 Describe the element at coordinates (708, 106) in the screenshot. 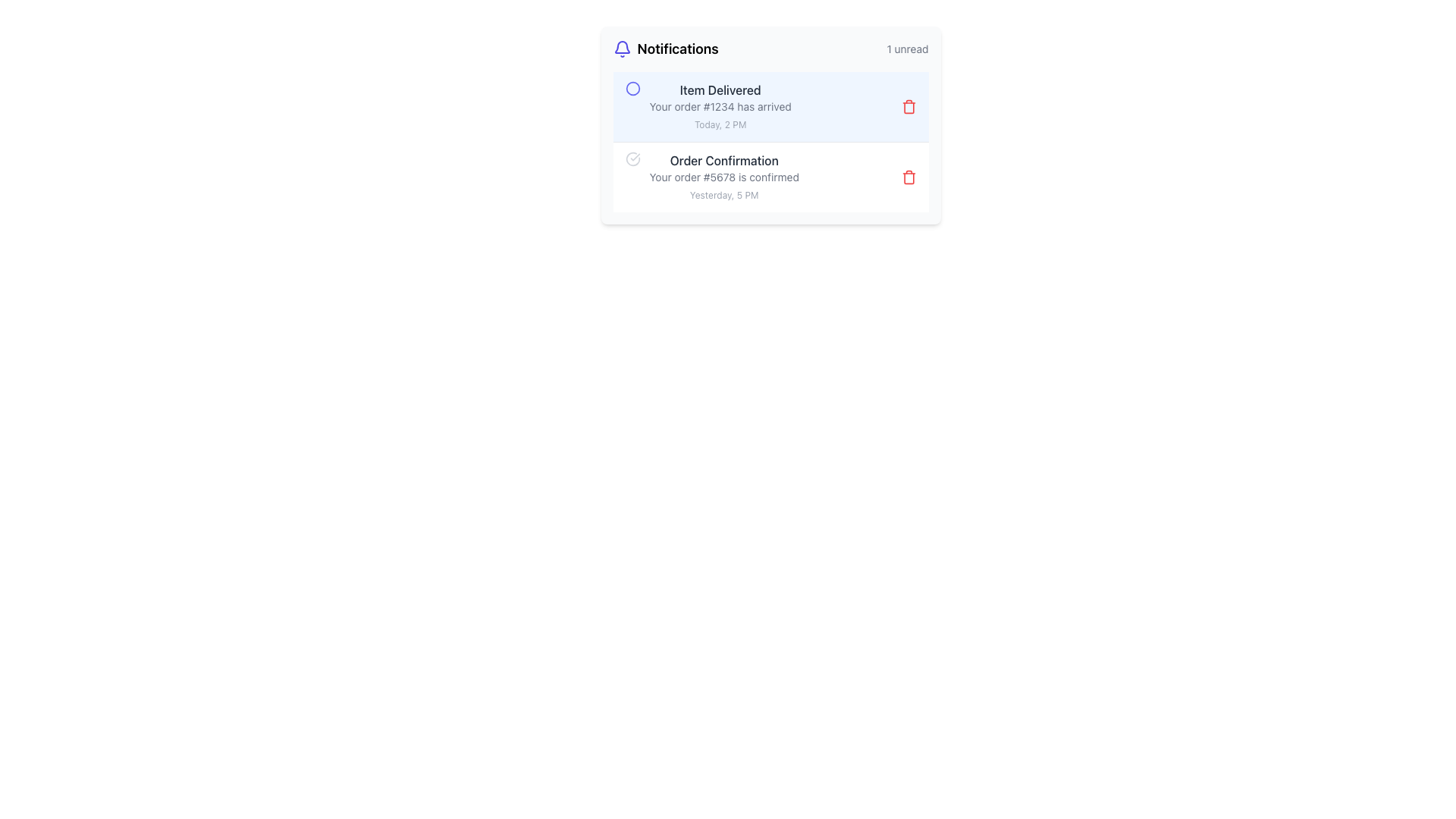

I see `the first notification item in the notifications list panel` at that location.